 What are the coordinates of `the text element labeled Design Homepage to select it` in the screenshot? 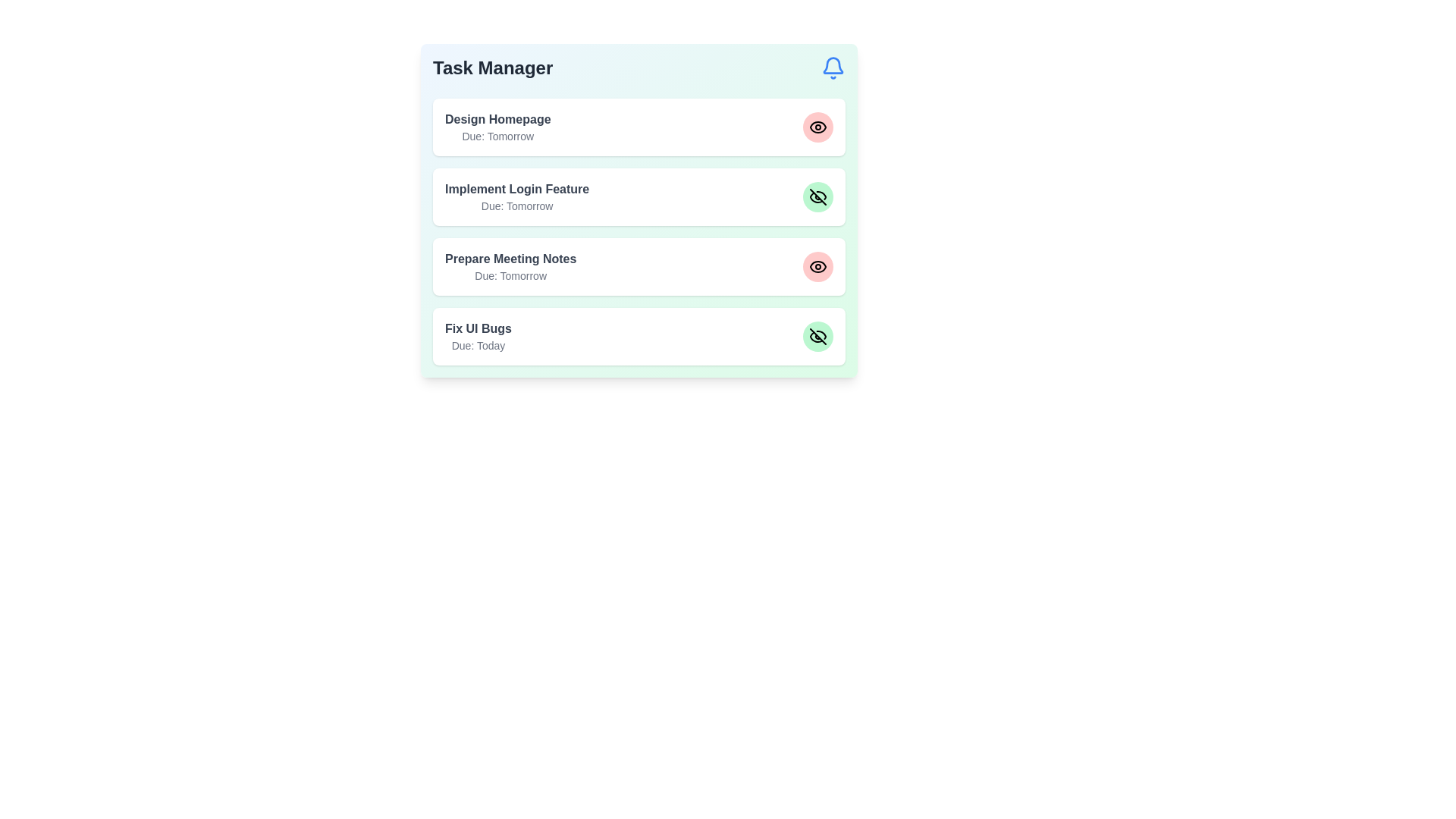 It's located at (497, 119).